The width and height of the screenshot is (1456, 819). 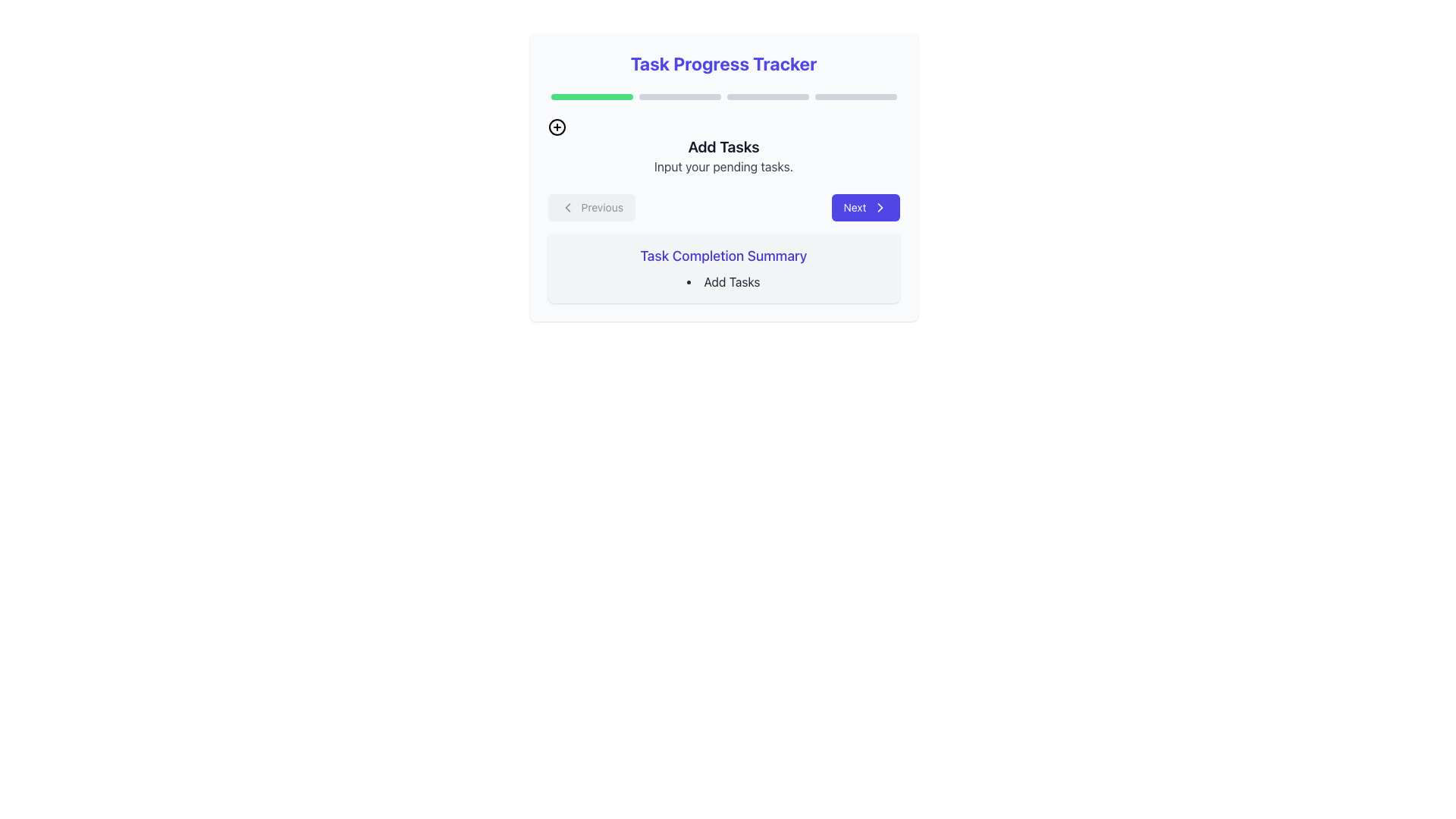 I want to click on the 'Previous' button which contains the SVG icon, so click(x=566, y=207).